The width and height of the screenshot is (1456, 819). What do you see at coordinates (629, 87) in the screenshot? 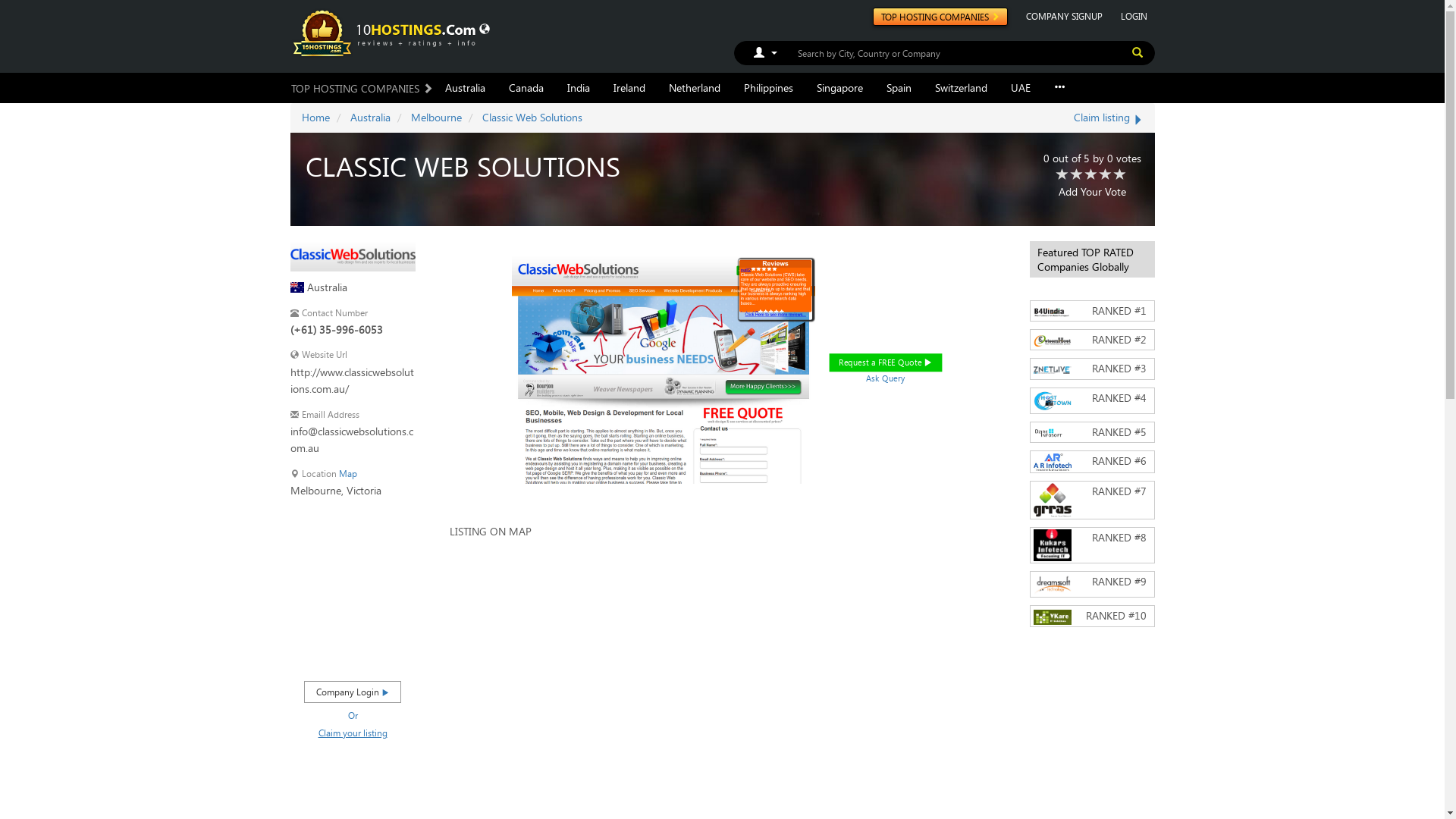
I see `'Ireland'` at bounding box center [629, 87].